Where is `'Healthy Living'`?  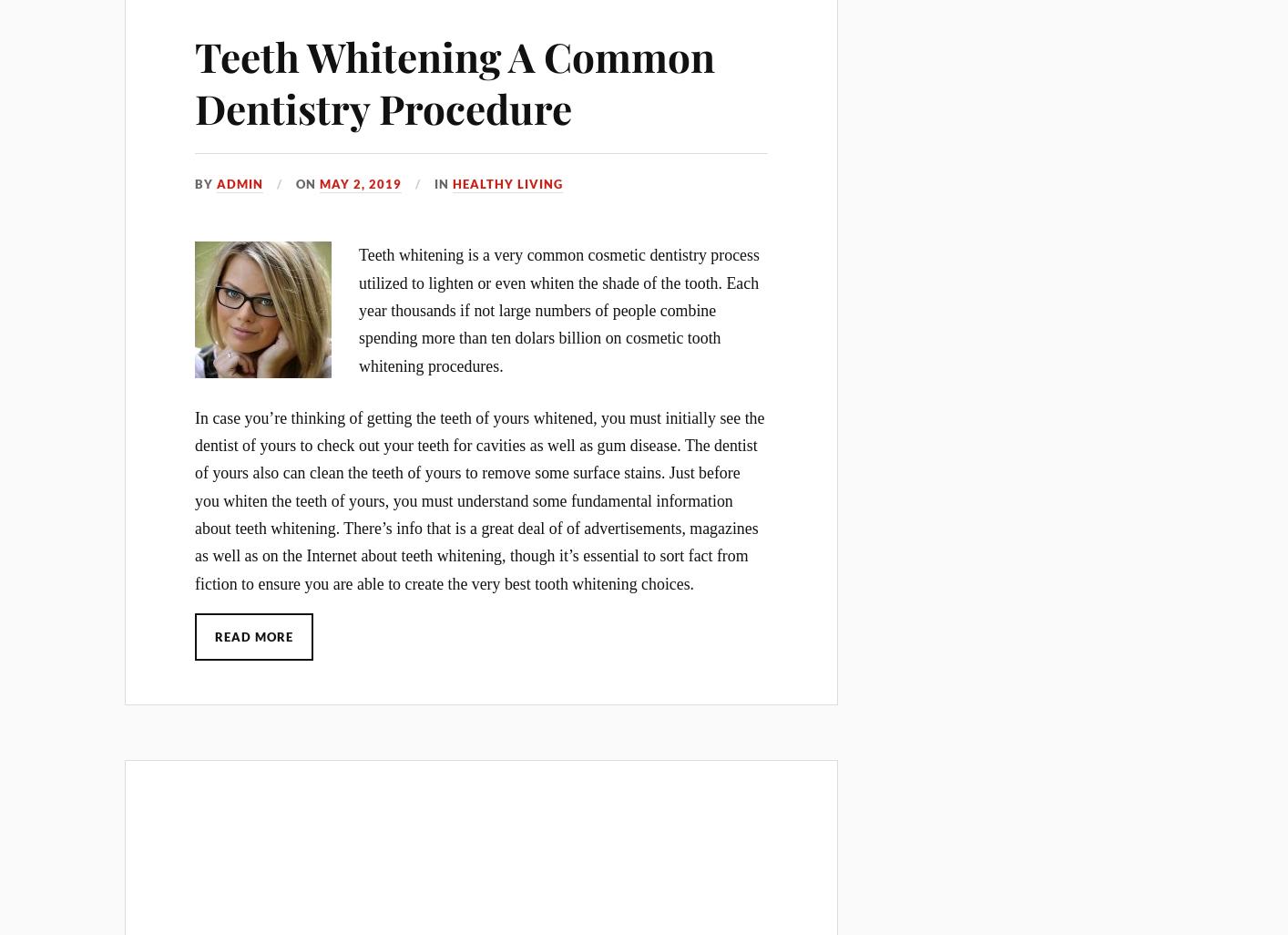 'Healthy Living' is located at coordinates (507, 181).